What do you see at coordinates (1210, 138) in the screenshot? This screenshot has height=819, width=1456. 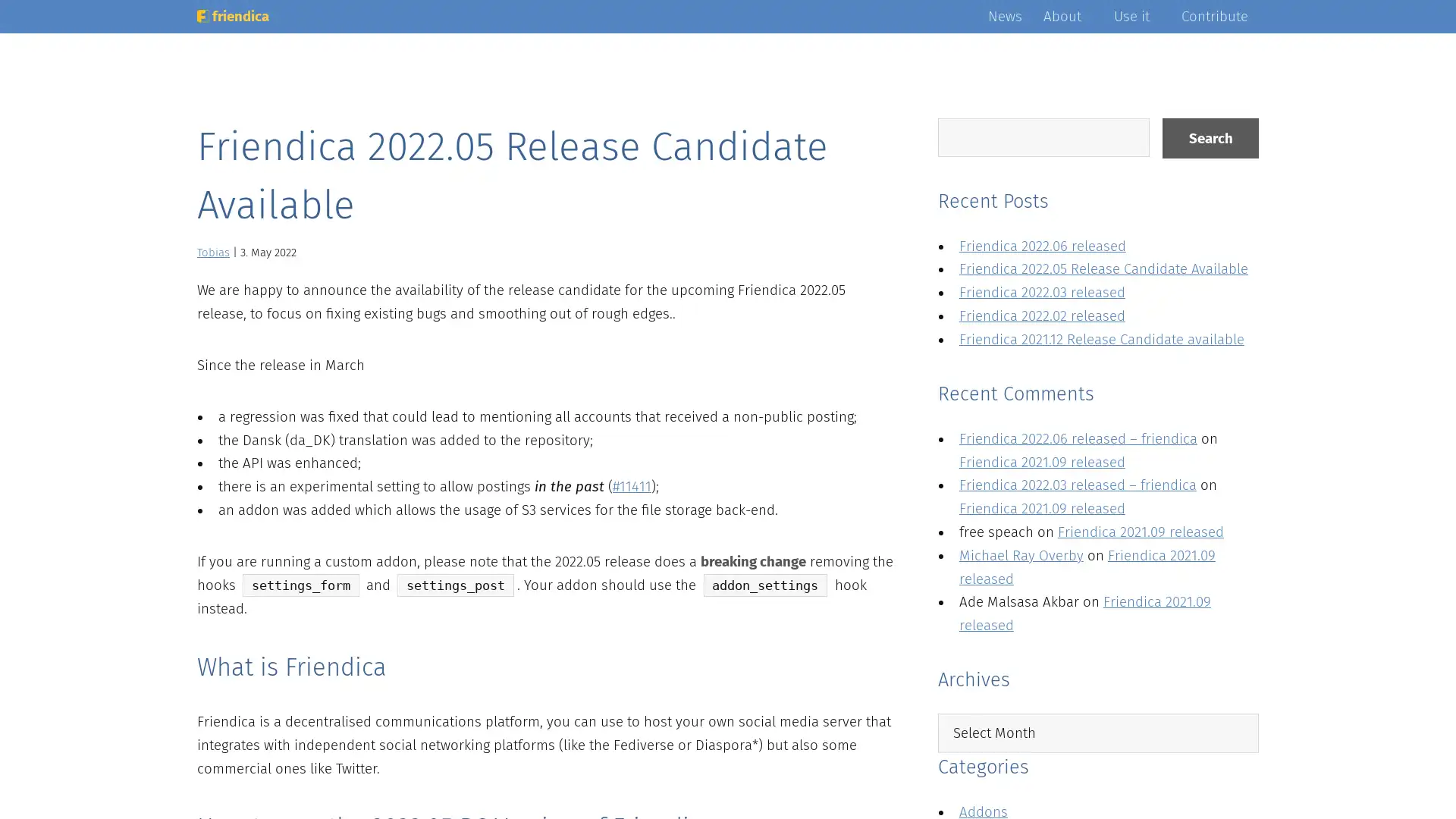 I see `Search` at bounding box center [1210, 138].